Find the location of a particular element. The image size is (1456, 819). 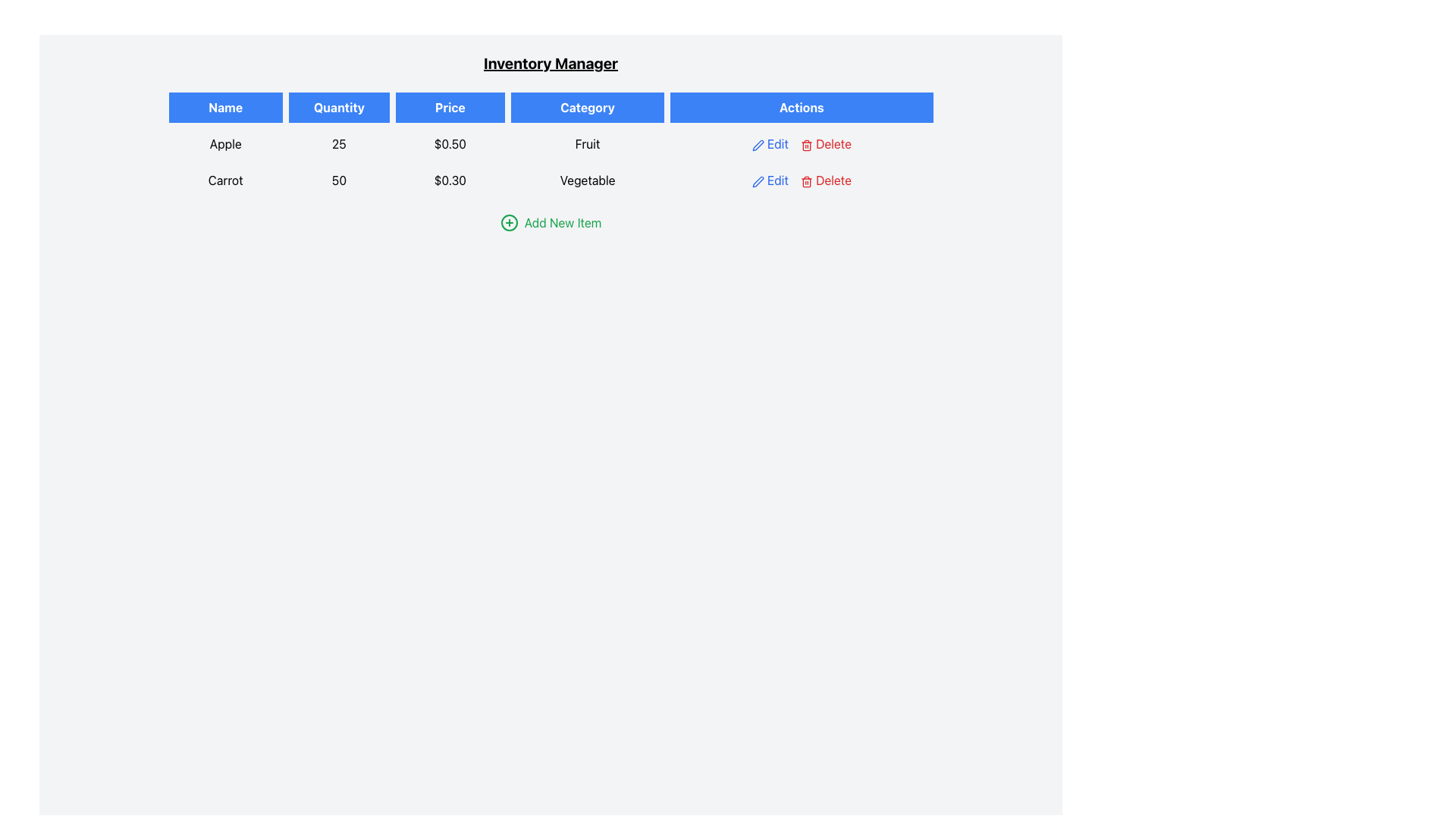

the second row of the inventory table, which provides information about an inventory item and allows user interaction for editing or deleting the item is located at coordinates (550, 180).